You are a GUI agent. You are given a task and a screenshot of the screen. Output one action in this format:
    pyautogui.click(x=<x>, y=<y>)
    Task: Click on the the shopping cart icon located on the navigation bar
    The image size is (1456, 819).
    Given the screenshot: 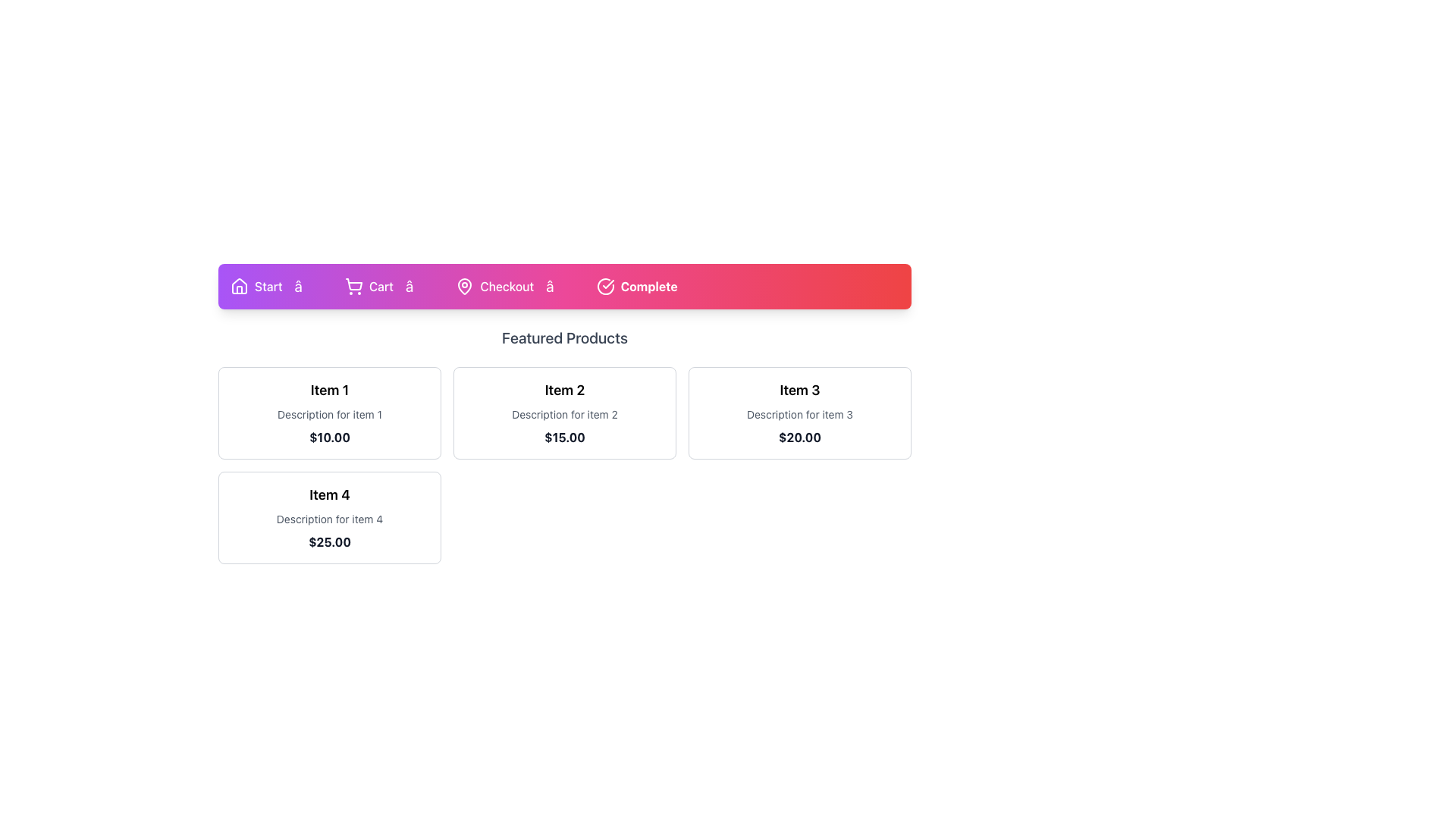 What is the action you would take?
    pyautogui.click(x=353, y=287)
    